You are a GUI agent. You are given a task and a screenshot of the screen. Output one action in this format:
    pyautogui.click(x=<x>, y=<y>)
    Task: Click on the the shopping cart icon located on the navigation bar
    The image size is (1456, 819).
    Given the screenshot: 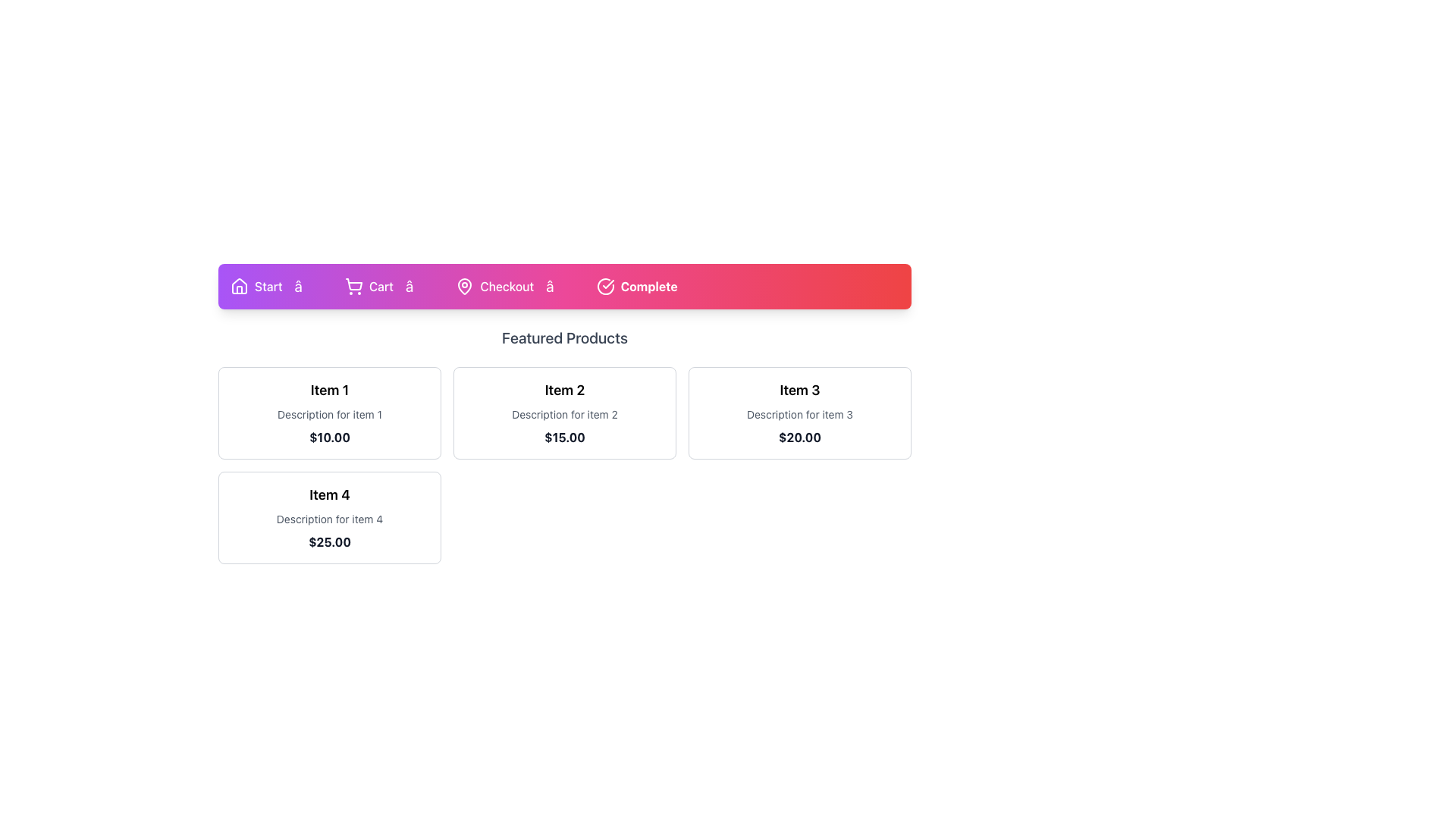 What is the action you would take?
    pyautogui.click(x=353, y=287)
    